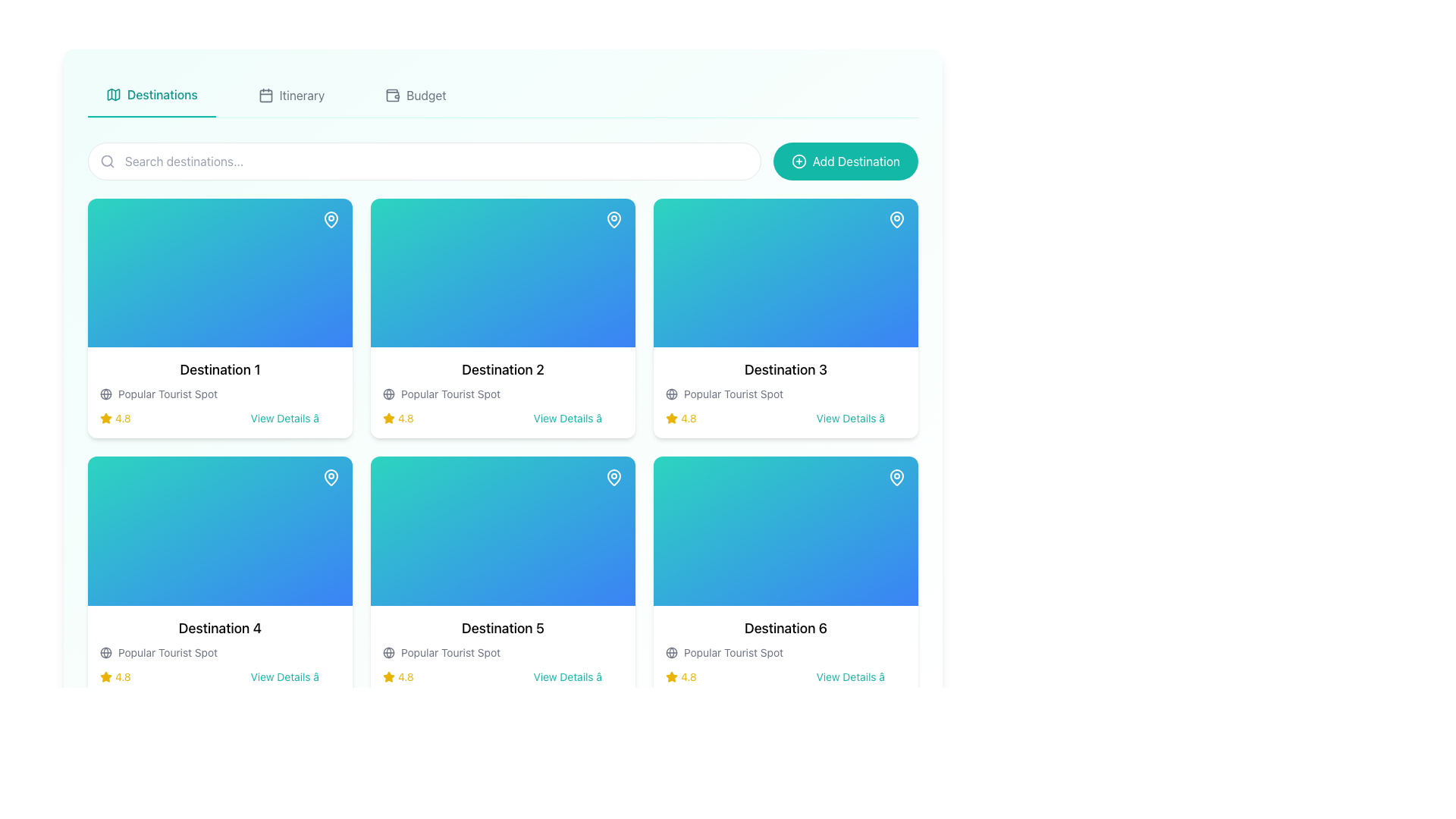  Describe the element at coordinates (671, 394) in the screenshot. I see `the globe icon located to the left of the 'Popular Tourist Spot' text in the 'Destination 3' card` at that location.